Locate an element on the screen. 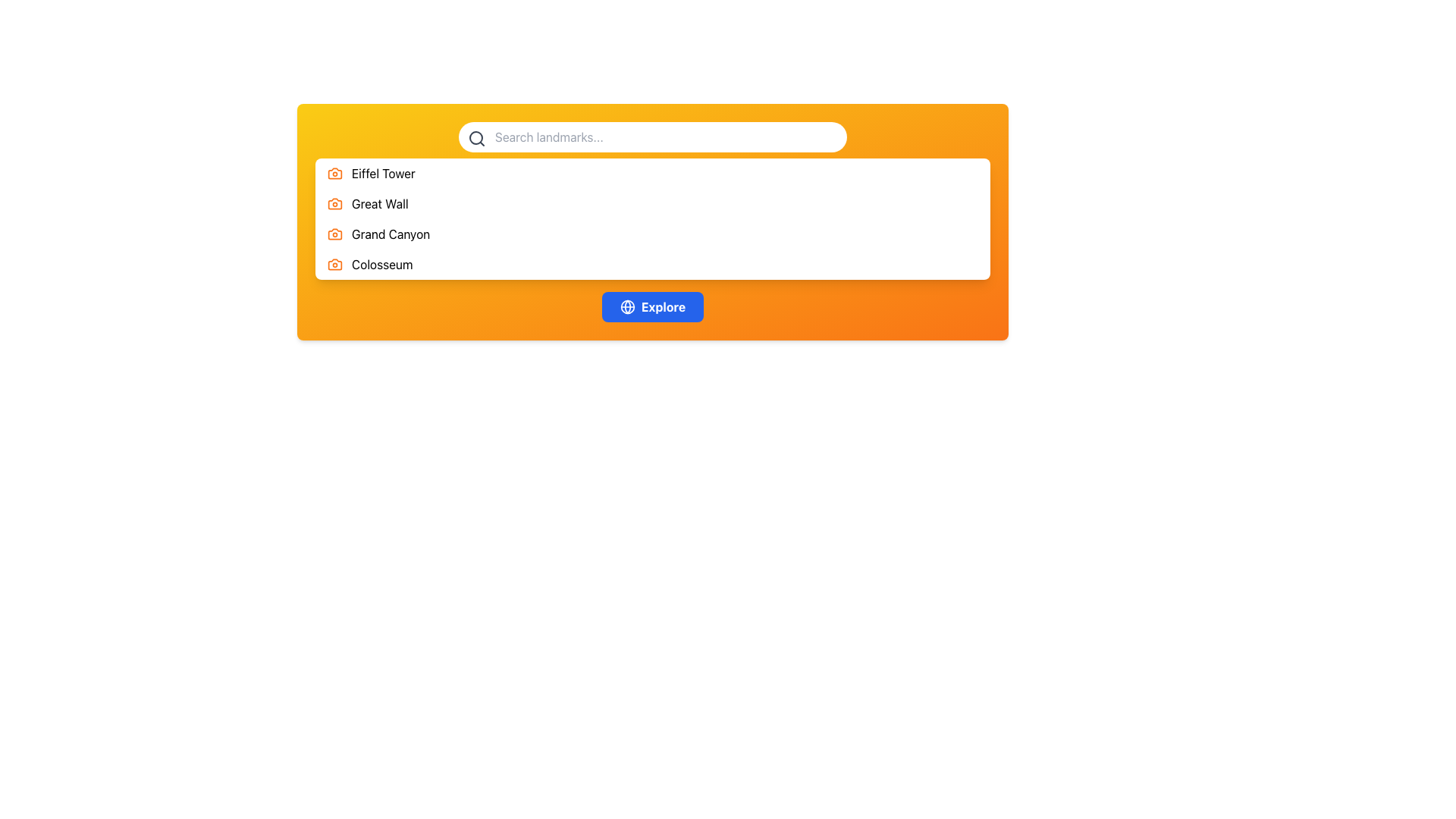 The height and width of the screenshot is (819, 1456). the search bar located within an orange gradient box, which is centered horizontally and above a list of options and an 'Explore' button is located at coordinates (652, 137).